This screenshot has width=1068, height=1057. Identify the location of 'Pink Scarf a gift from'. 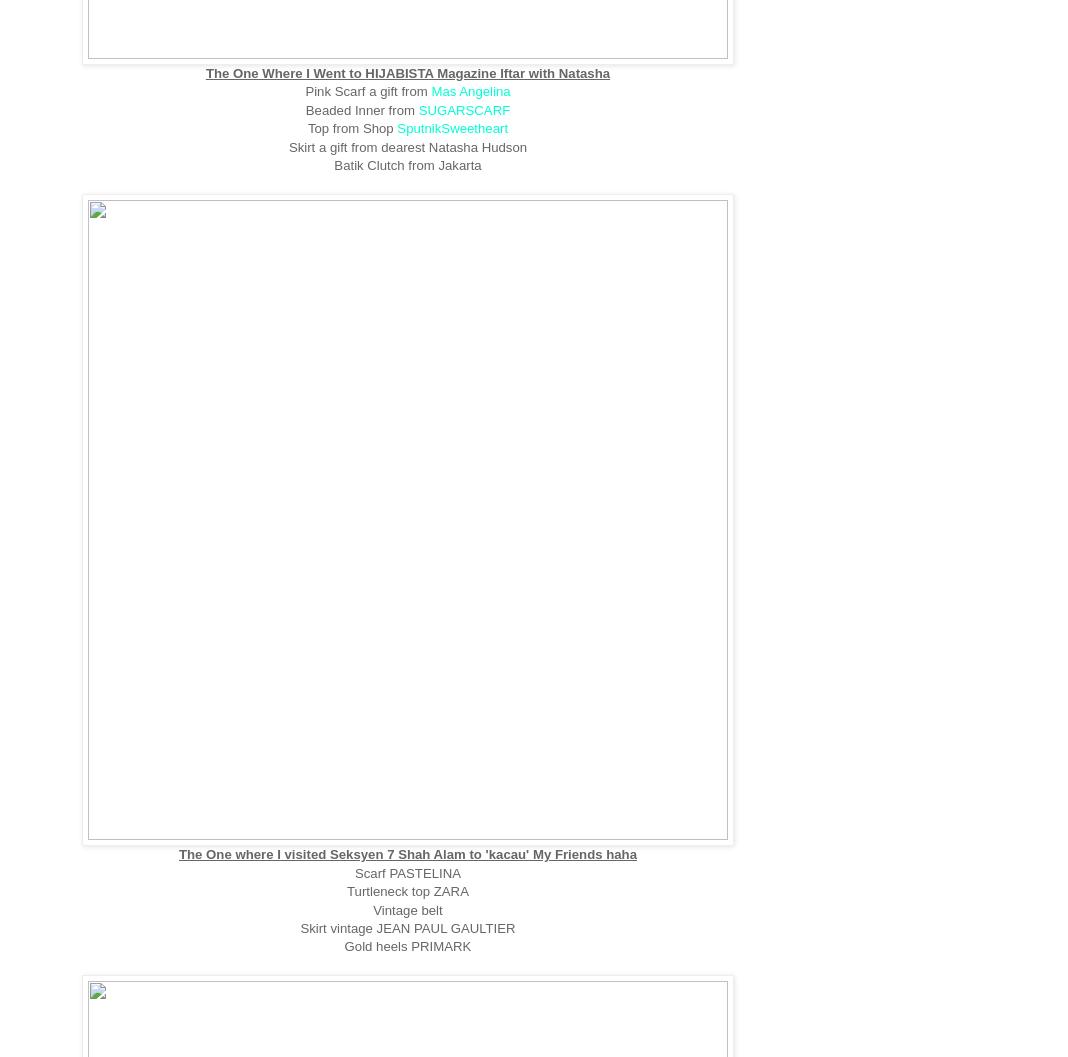
(367, 90).